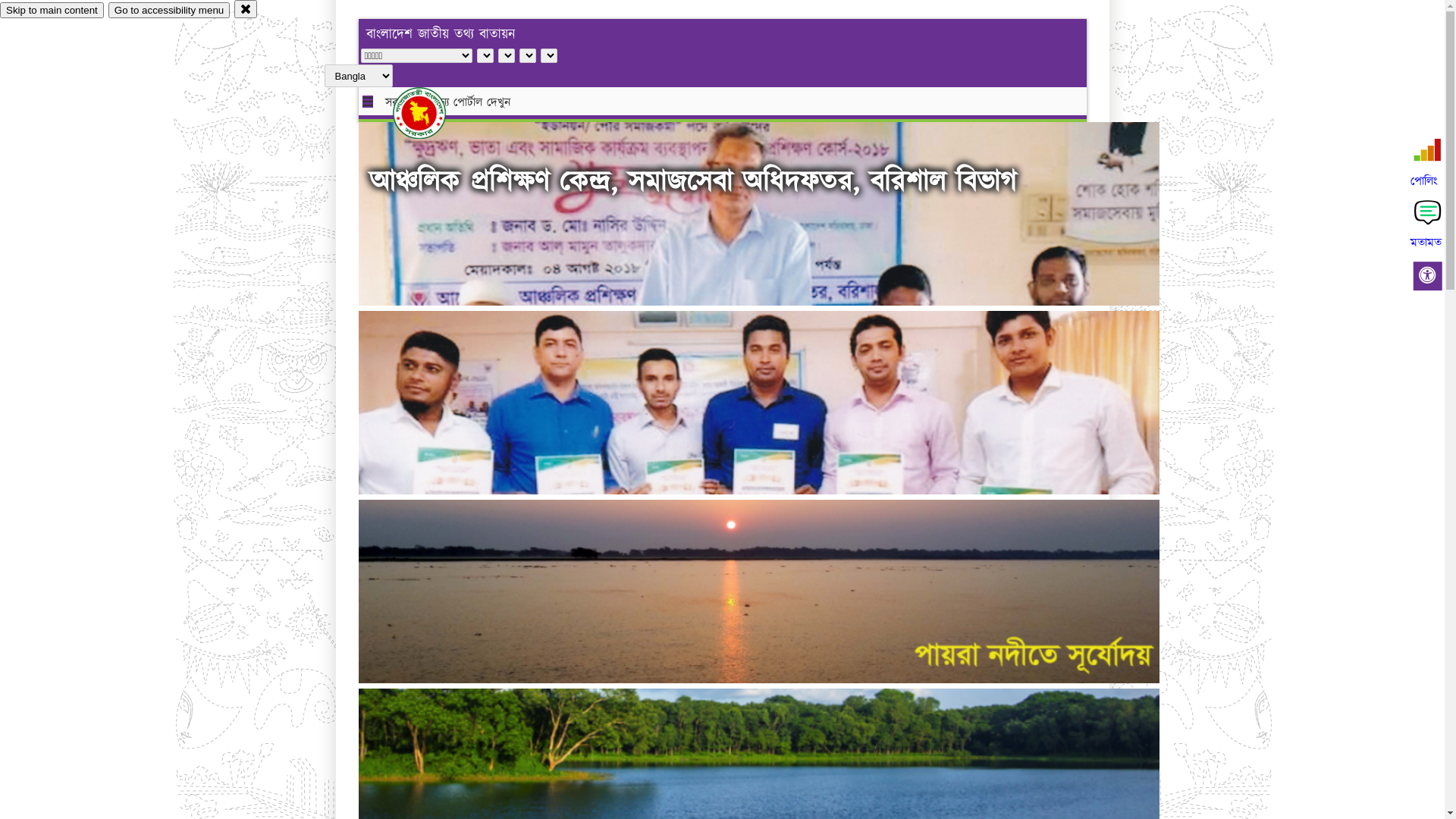 The height and width of the screenshot is (819, 1456). Describe the element at coordinates (0, 10) in the screenshot. I see `'Skip to main content'` at that location.